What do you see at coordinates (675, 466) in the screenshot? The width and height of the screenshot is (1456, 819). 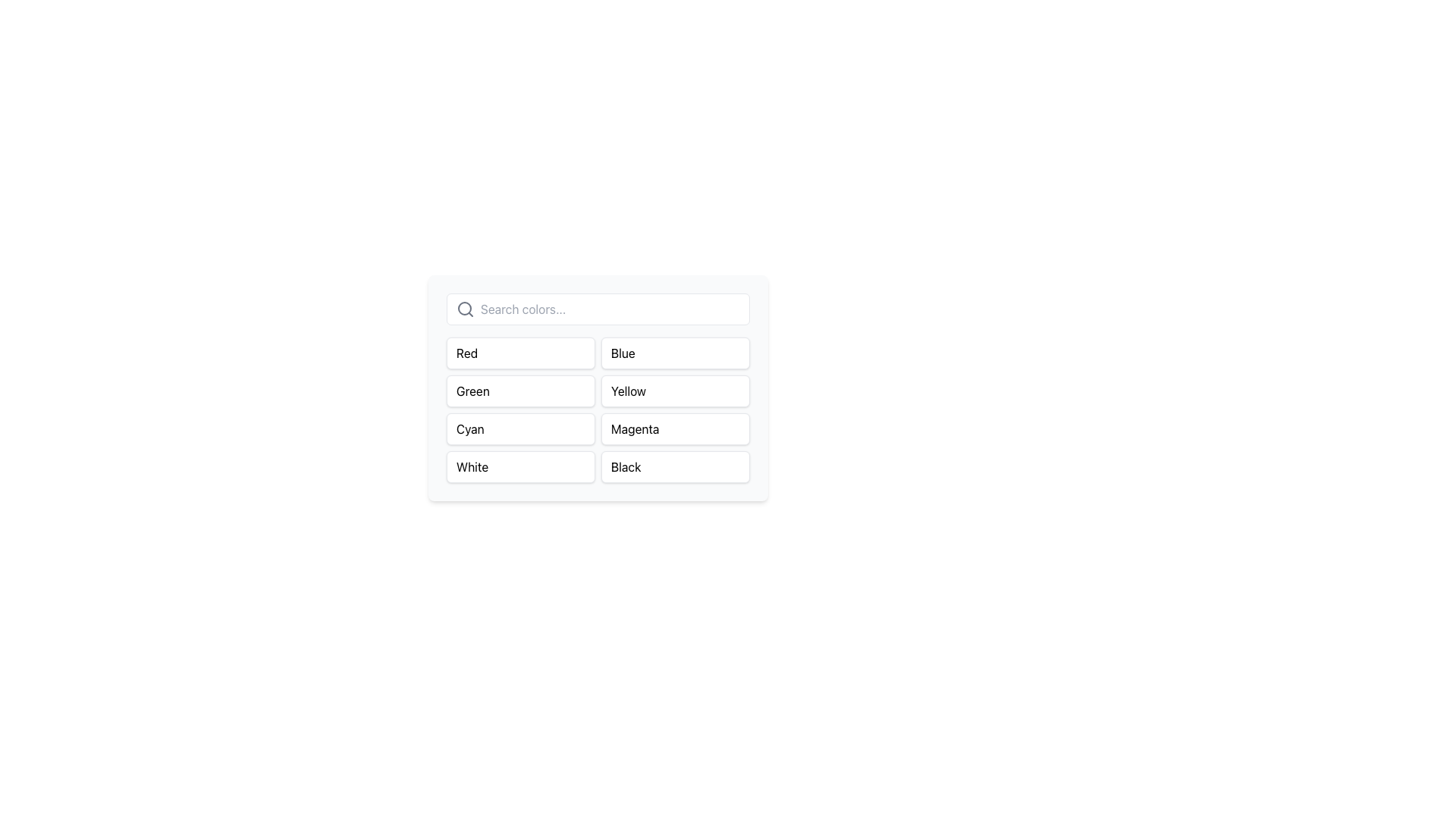 I see `the rectangular button labeled 'Black' located in the right column of the grid layout` at bounding box center [675, 466].